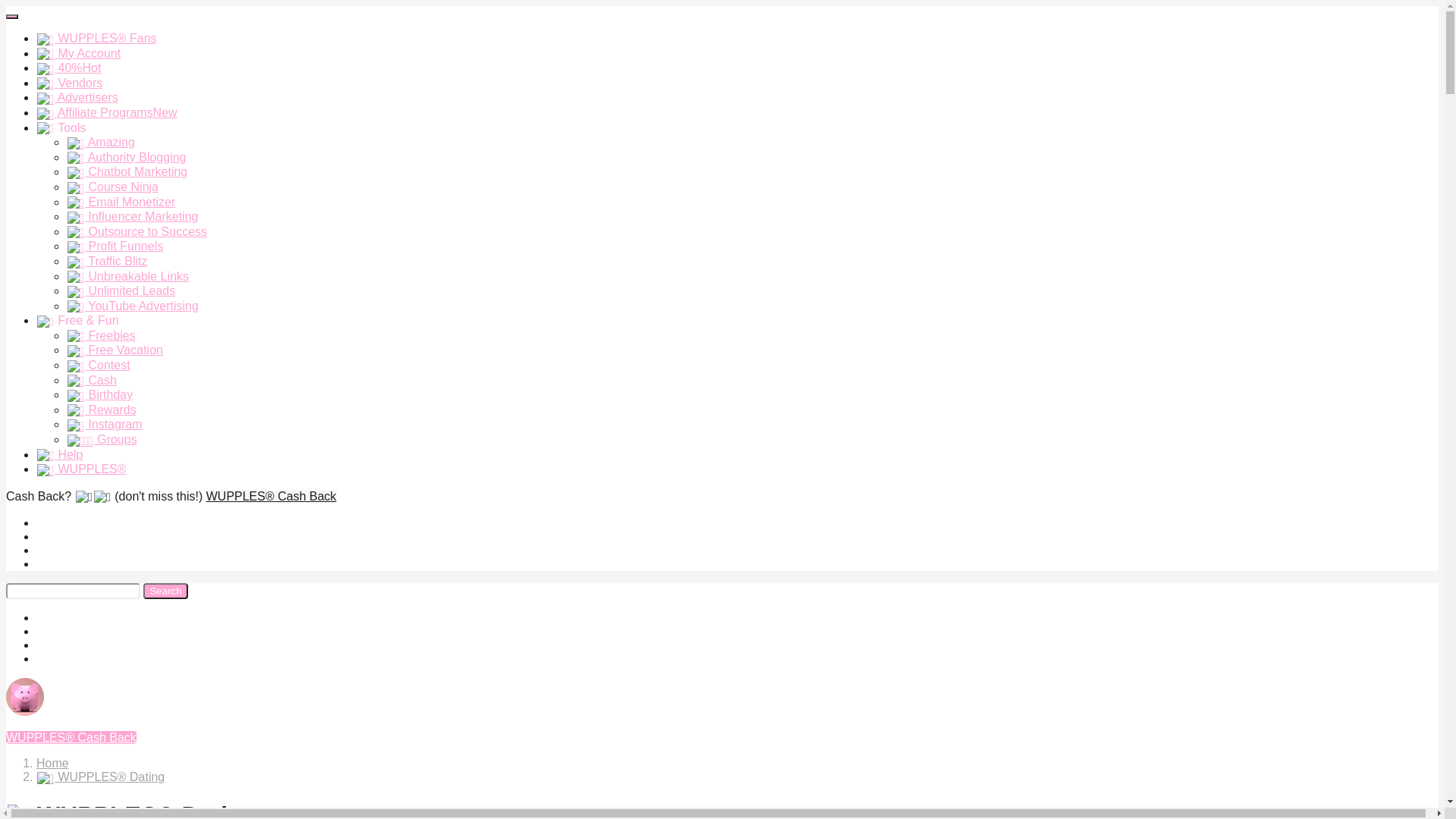 This screenshot has width=1456, height=819. What do you see at coordinates (104, 424) in the screenshot?
I see `'Instagram'` at bounding box center [104, 424].